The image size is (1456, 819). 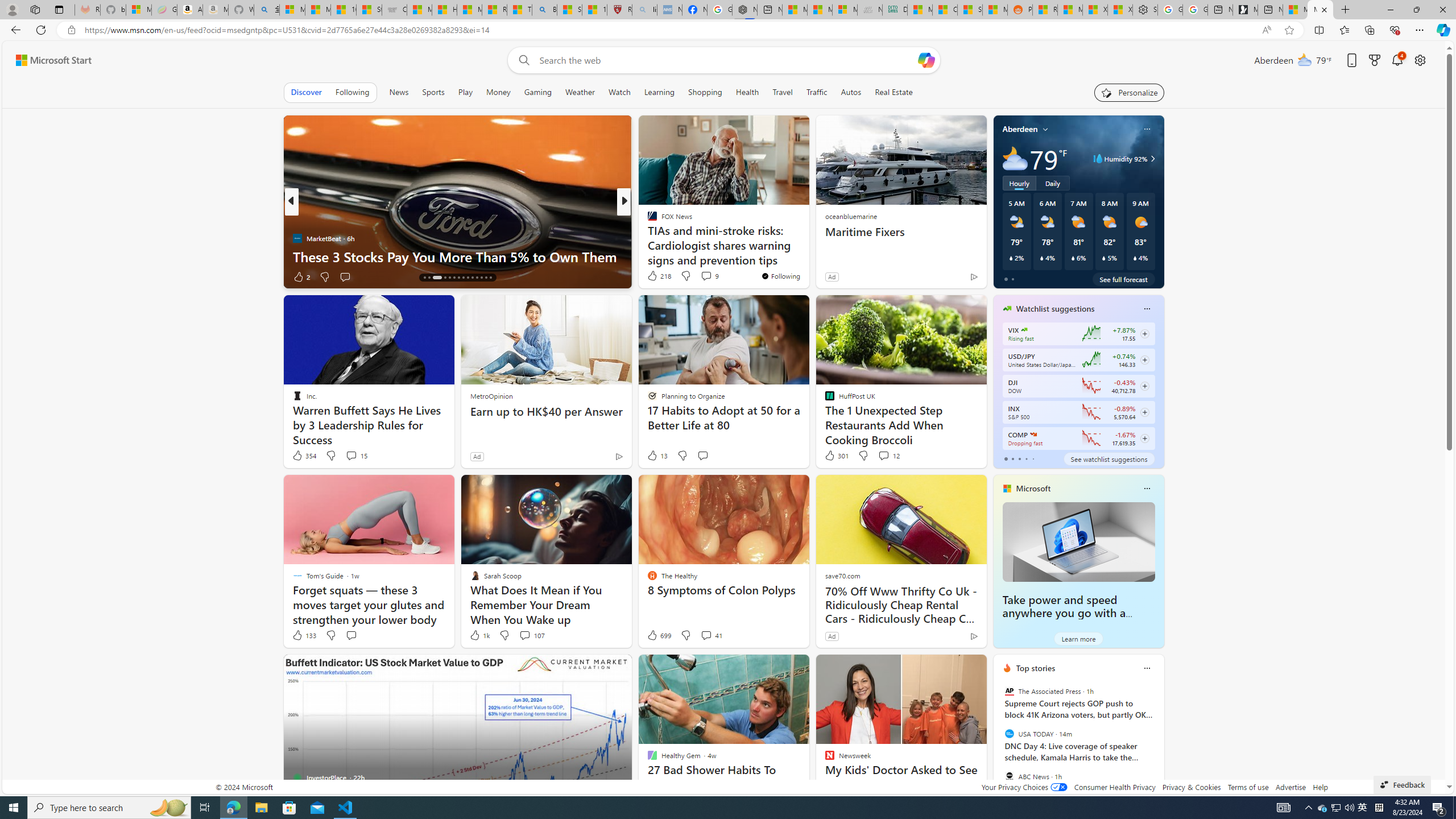 I want to click on '301 Like', so click(x=835, y=455).